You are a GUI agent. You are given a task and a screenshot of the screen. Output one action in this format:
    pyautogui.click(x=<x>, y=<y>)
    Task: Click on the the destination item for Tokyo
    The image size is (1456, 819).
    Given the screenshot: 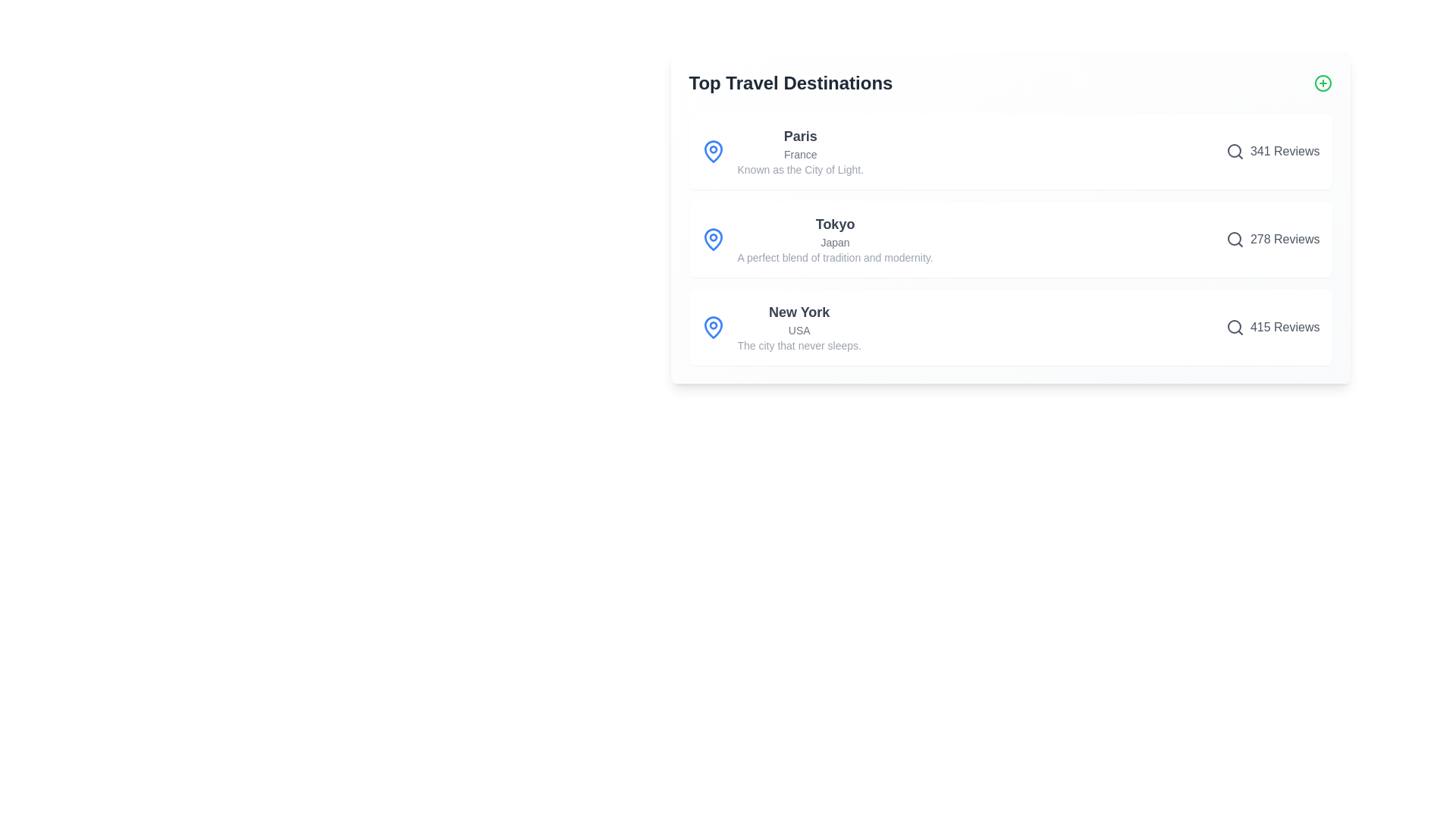 What is the action you would take?
    pyautogui.click(x=1010, y=239)
    